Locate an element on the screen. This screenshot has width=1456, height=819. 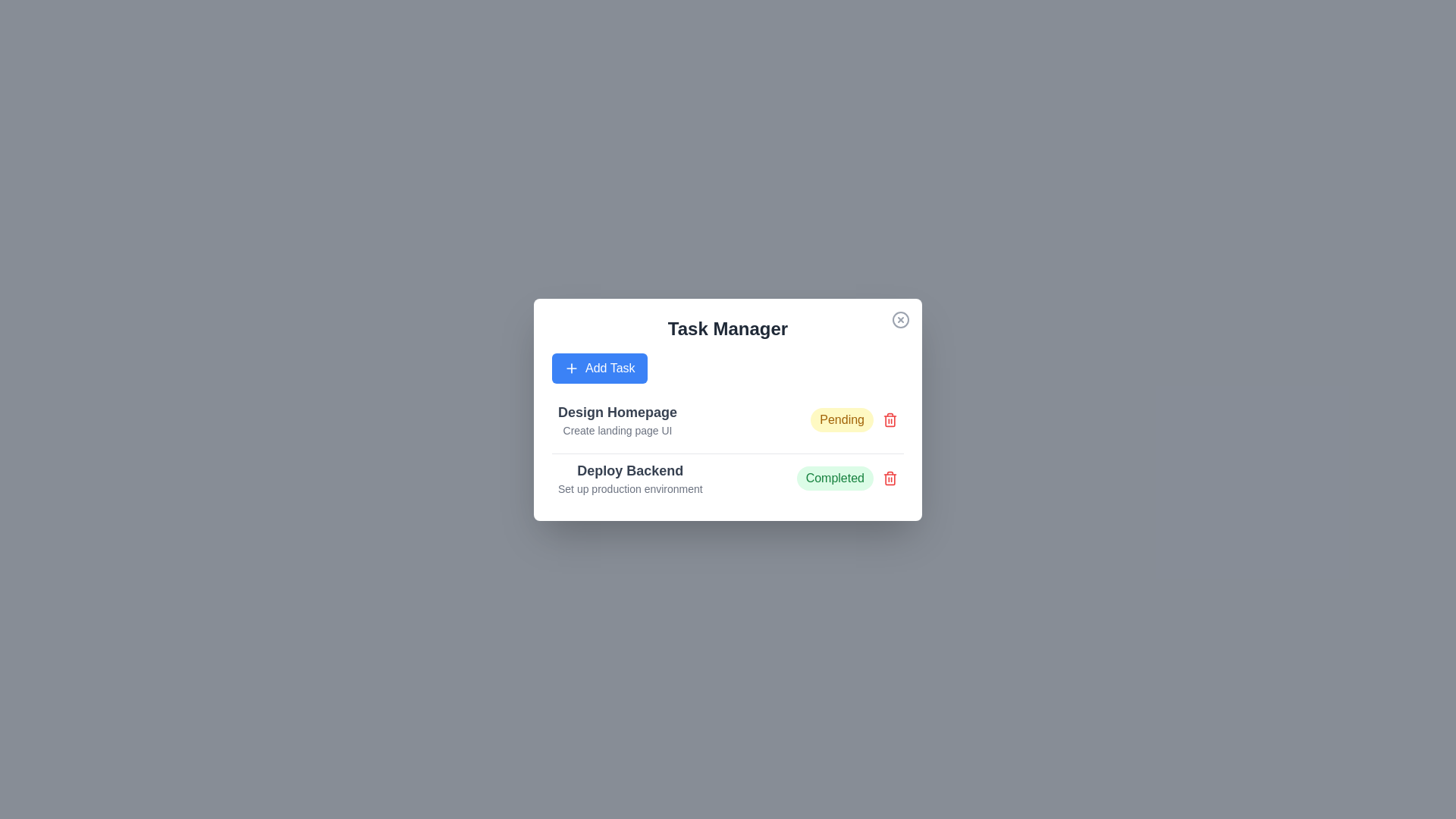
title text label of the task in the task management interface, which is centrally positioned within the task card is located at coordinates (617, 412).